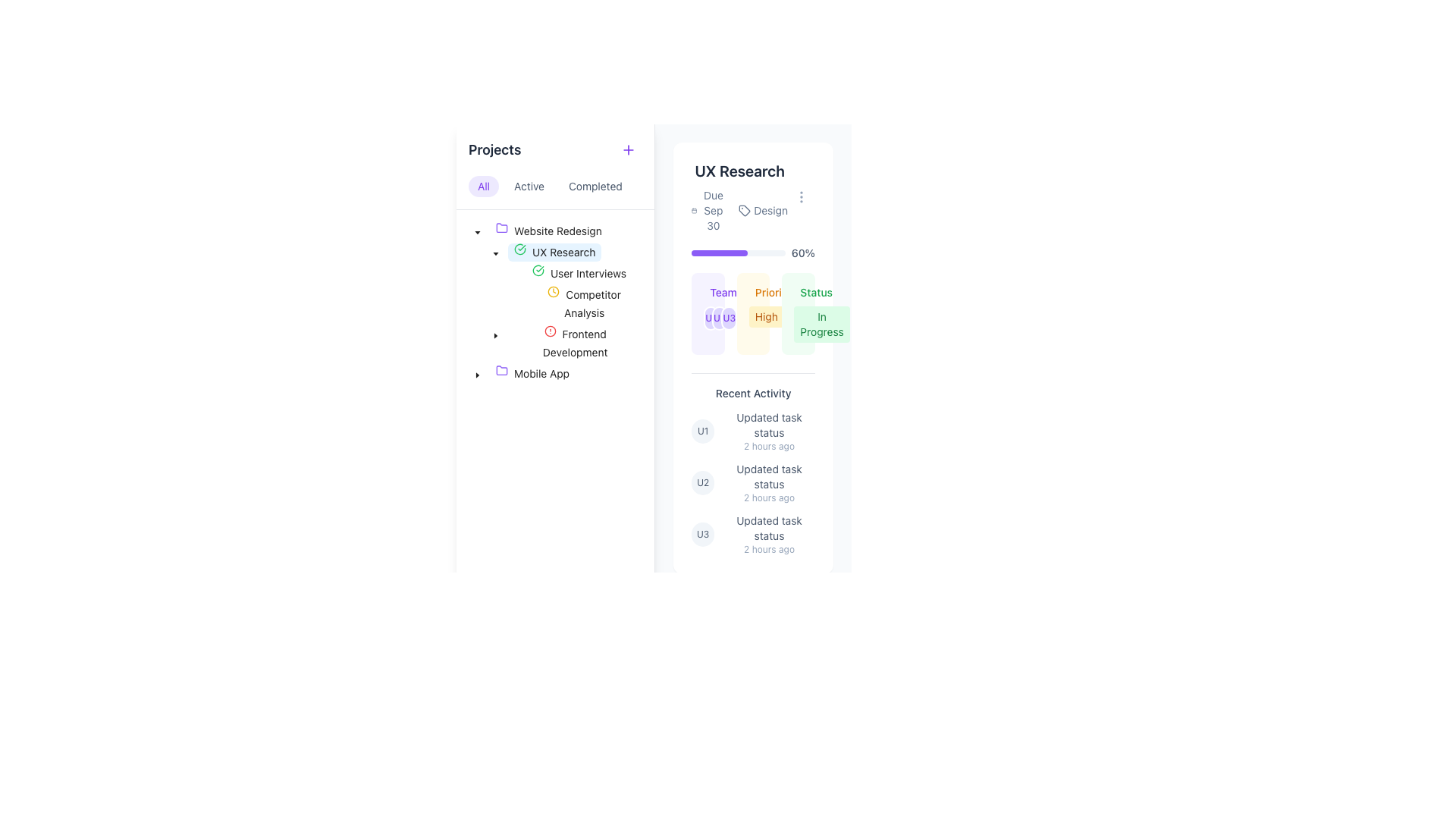  What do you see at coordinates (753, 534) in the screenshot?
I see `contents of the third Activity Log Entry in the 'Recent Activity' section, which includes the username abbreviation 'U3', the text 'Updated task status', and the timestamp '2 hours ago'` at bounding box center [753, 534].